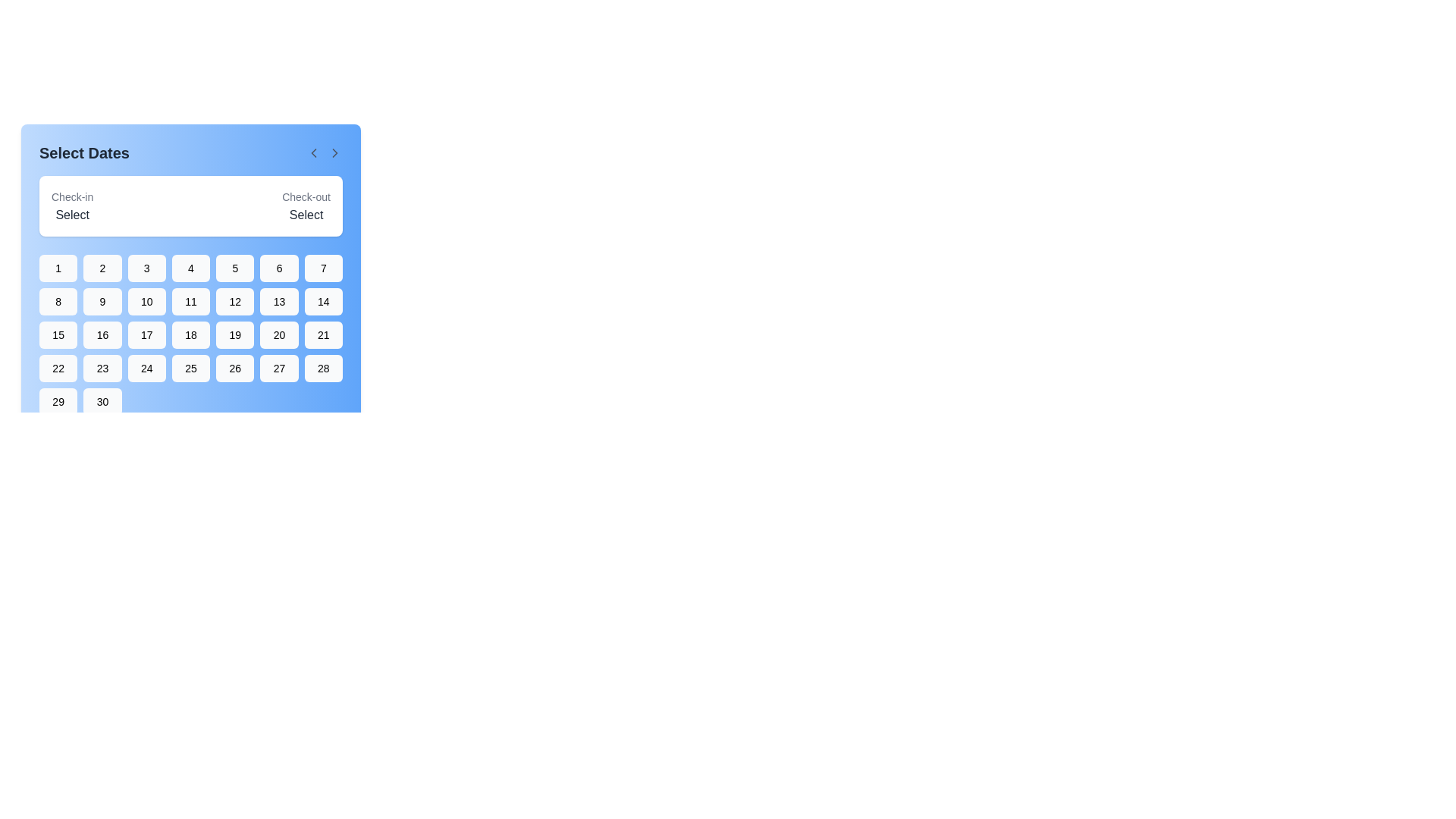 The height and width of the screenshot is (819, 1456). Describe the element at coordinates (322, 301) in the screenshot. I see `the button representing a date, which is the fourteenth button in a grid layout located in the second row, seventh column` at that location.